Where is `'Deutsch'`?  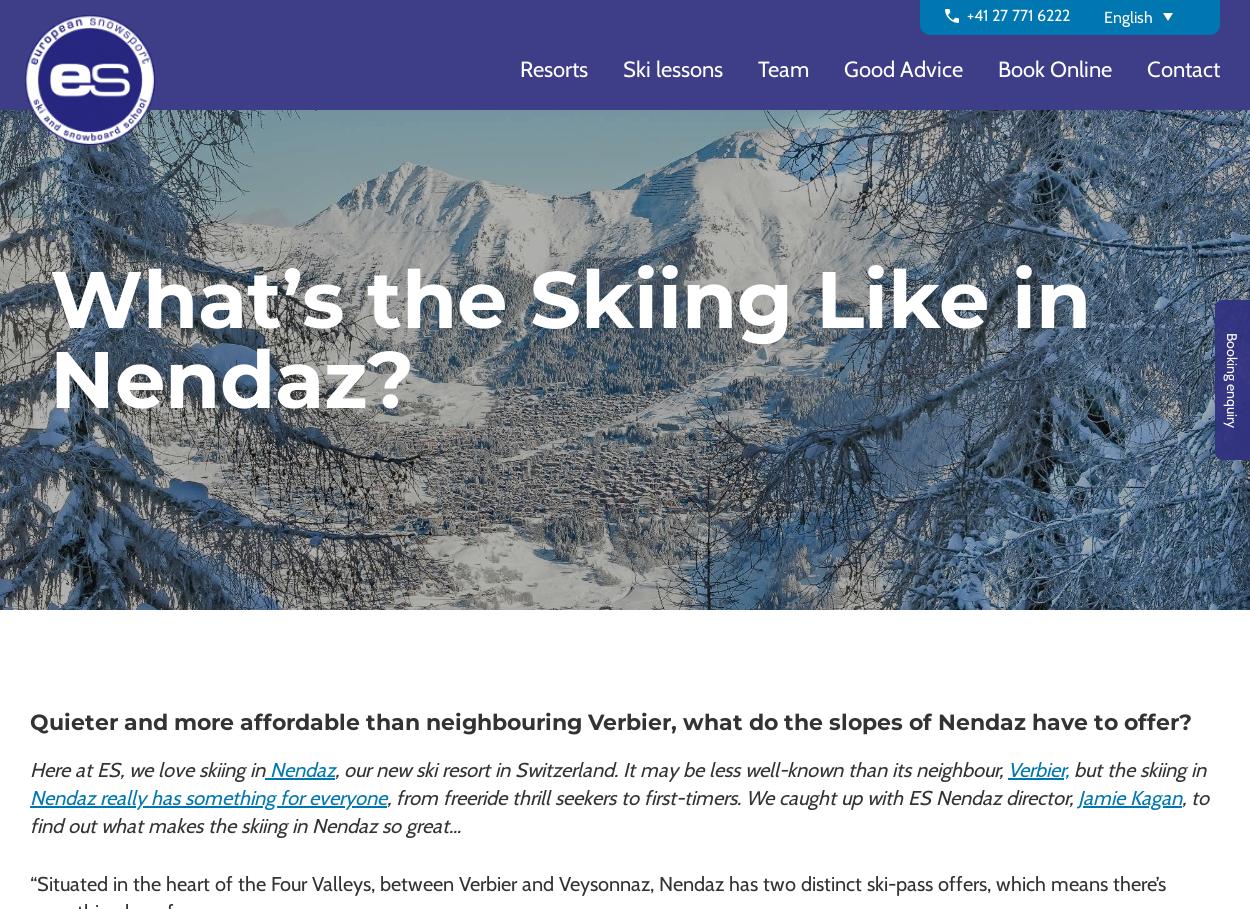 'Deutsch' is located at coordinates (1132, 79).